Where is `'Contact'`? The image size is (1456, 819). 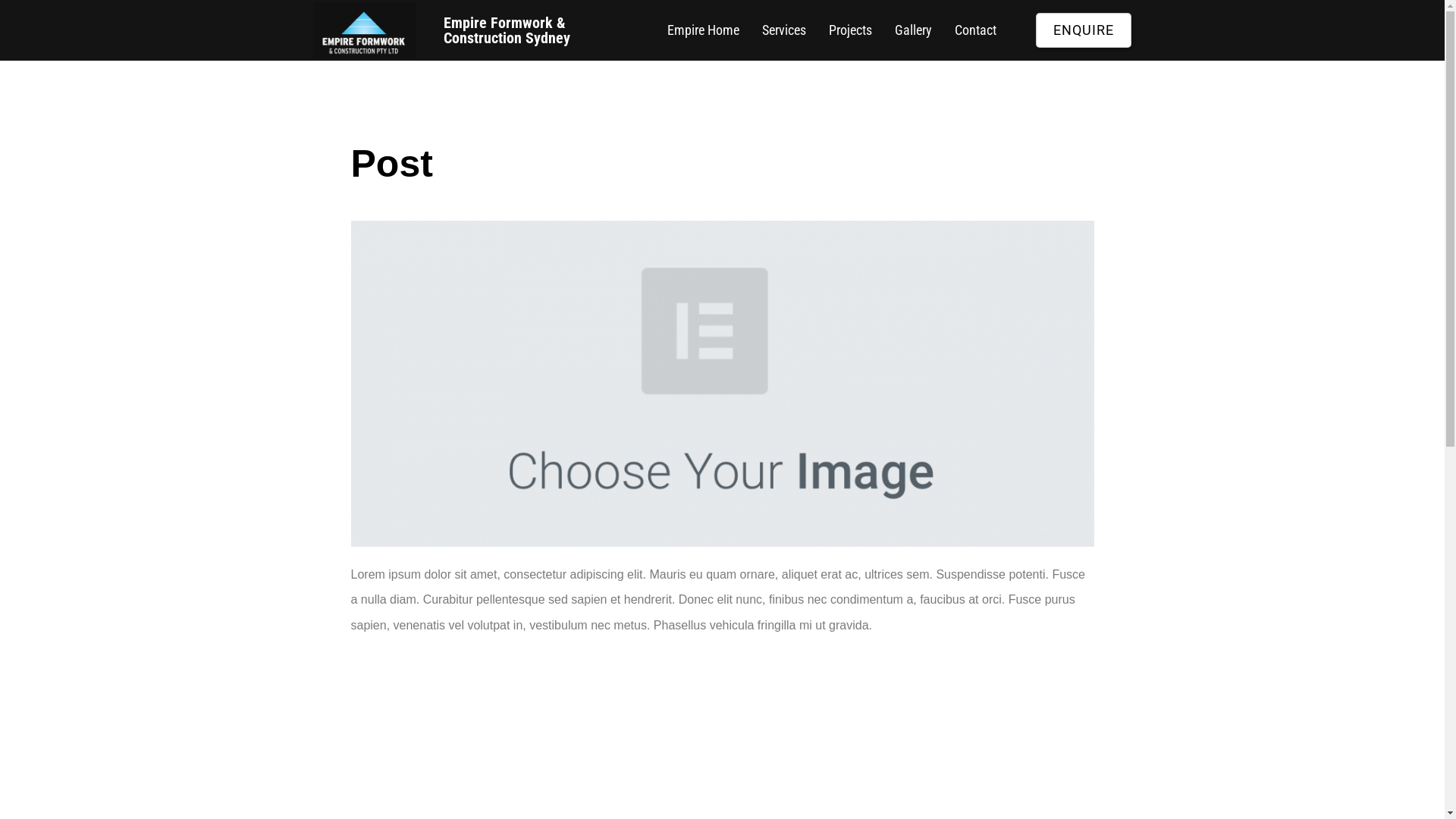 'Contact' is located at coordinates (975, 30).